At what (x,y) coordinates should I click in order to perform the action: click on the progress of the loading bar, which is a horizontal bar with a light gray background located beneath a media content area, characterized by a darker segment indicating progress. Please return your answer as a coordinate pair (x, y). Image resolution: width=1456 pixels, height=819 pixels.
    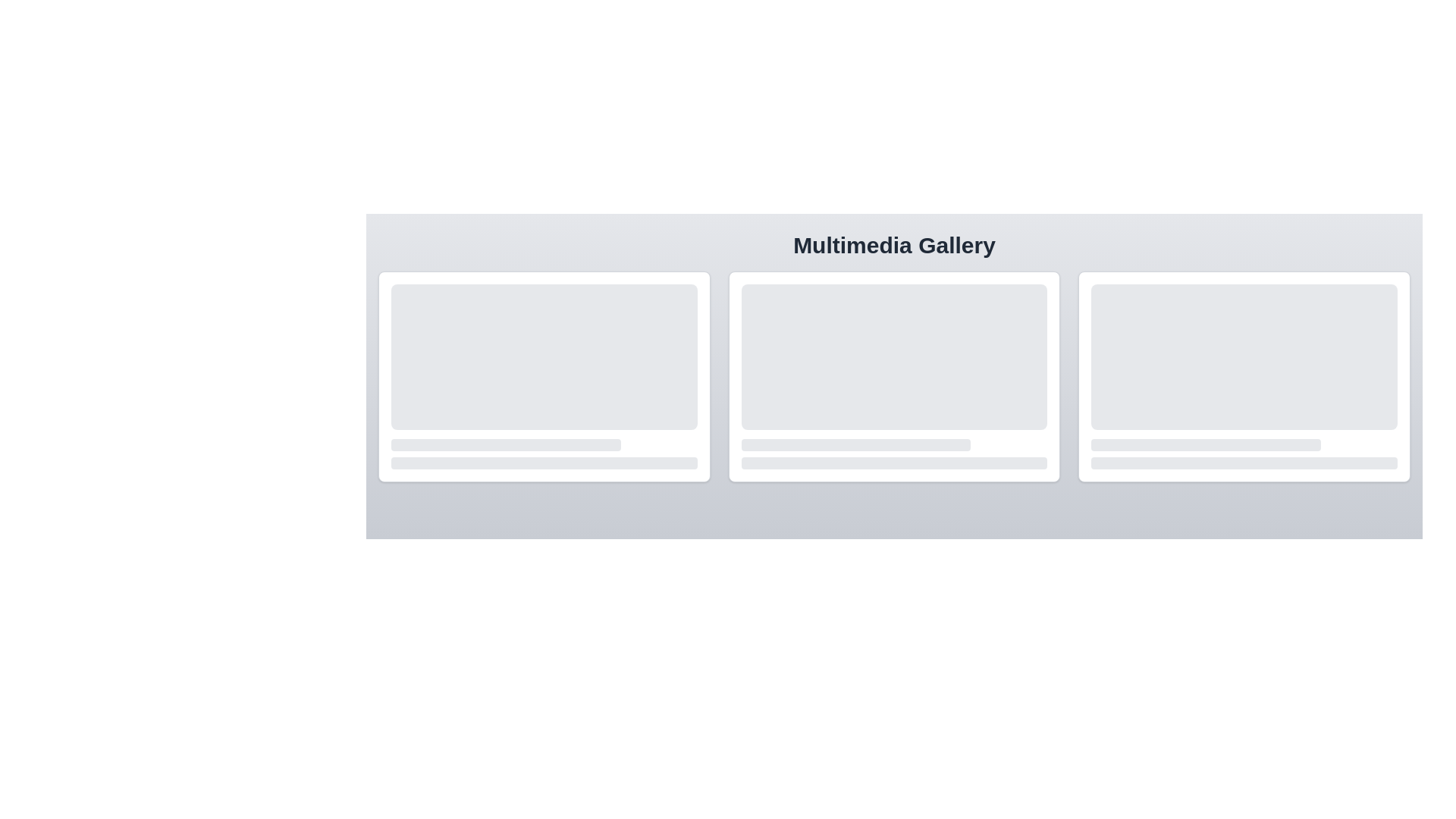
    Looking at the image, I should click on (544, 444).